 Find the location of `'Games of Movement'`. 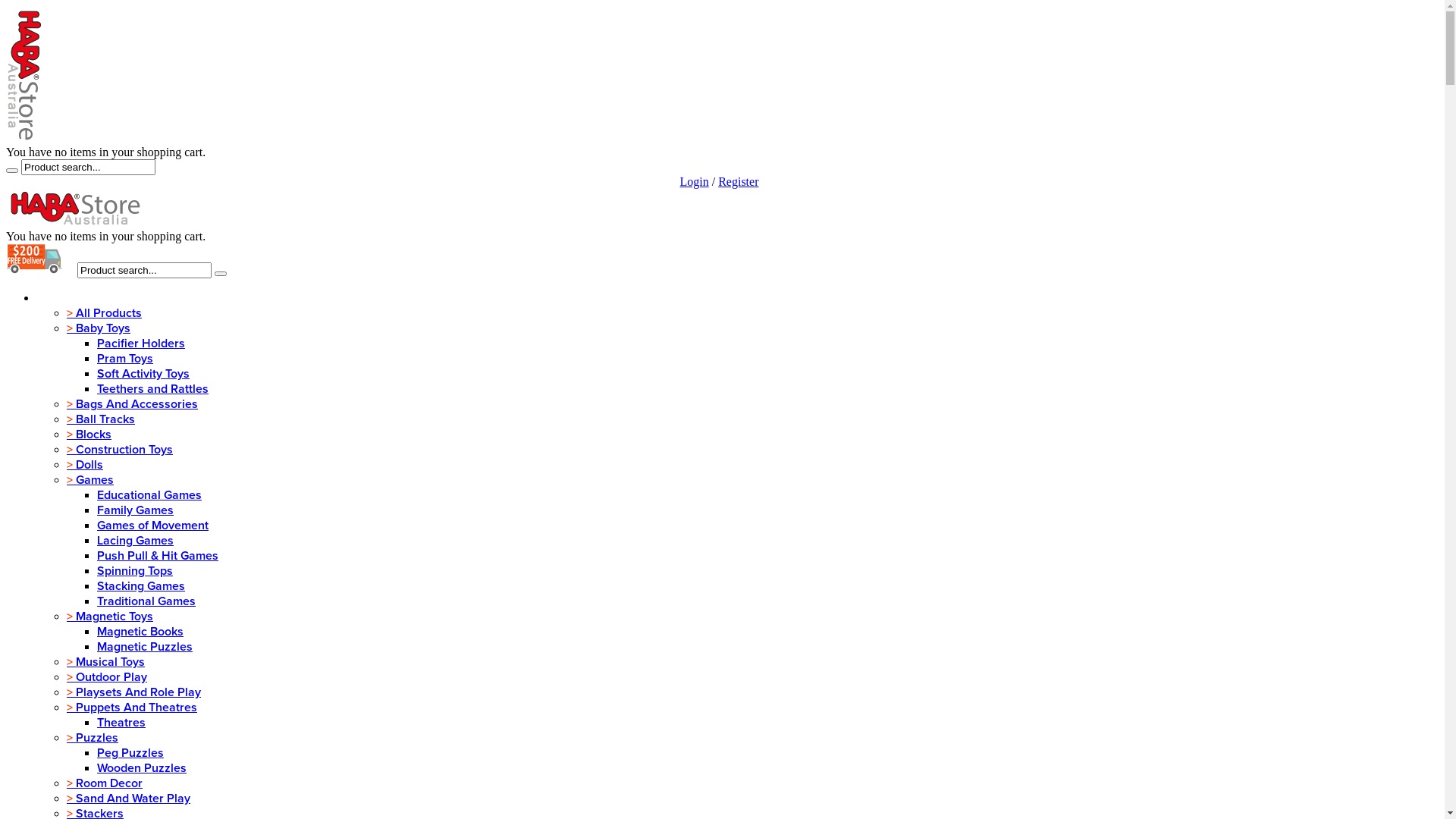

'Games of Movement' is located at coordinates (152, 525).